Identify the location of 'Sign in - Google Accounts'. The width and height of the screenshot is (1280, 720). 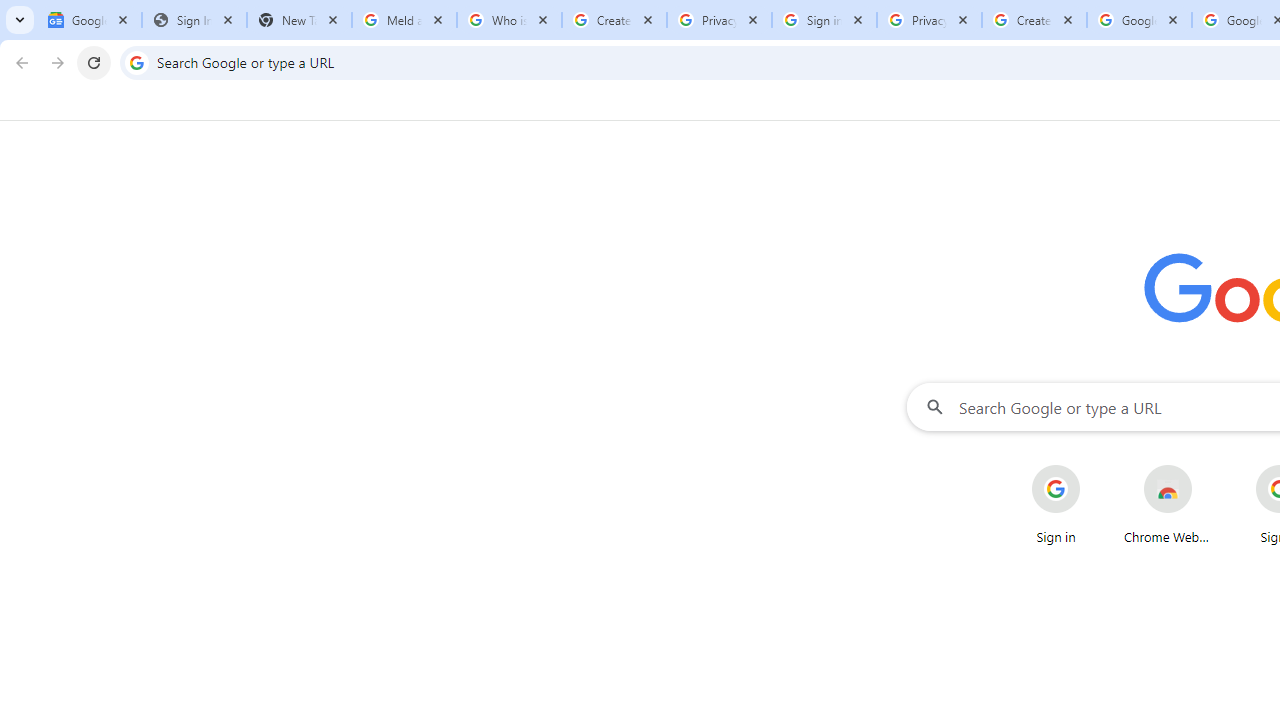
(824, 20).